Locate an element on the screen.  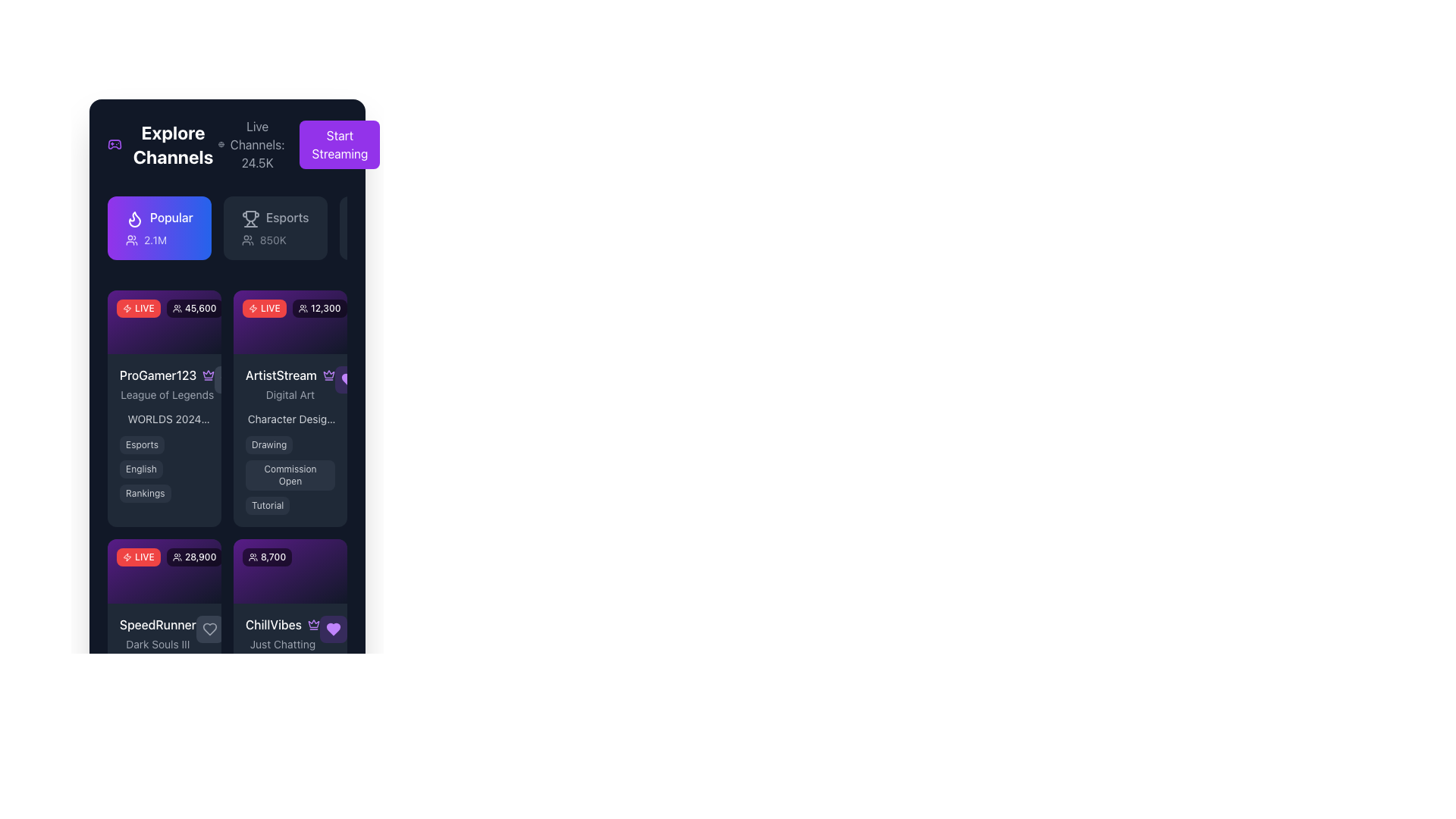
the static text label located directly below the 'ChillVibes' label in the user card is located at coordinates (283, 644).